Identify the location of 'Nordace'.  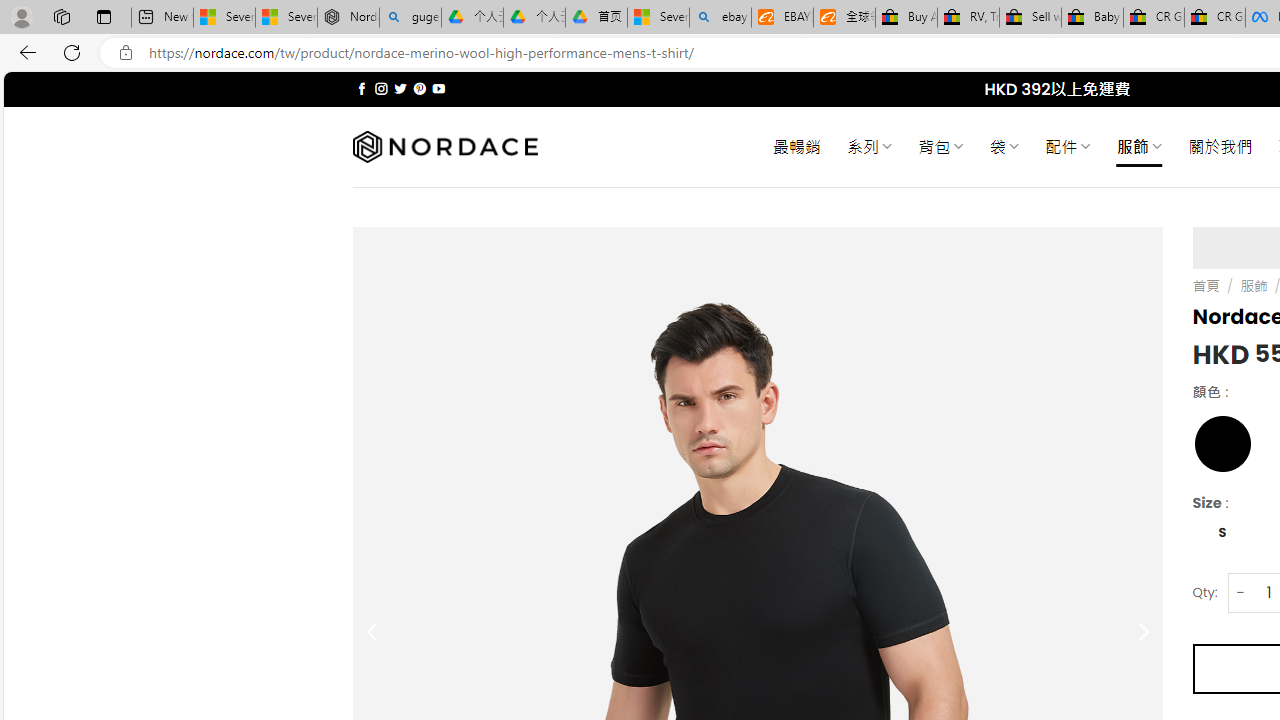
(443, 146).